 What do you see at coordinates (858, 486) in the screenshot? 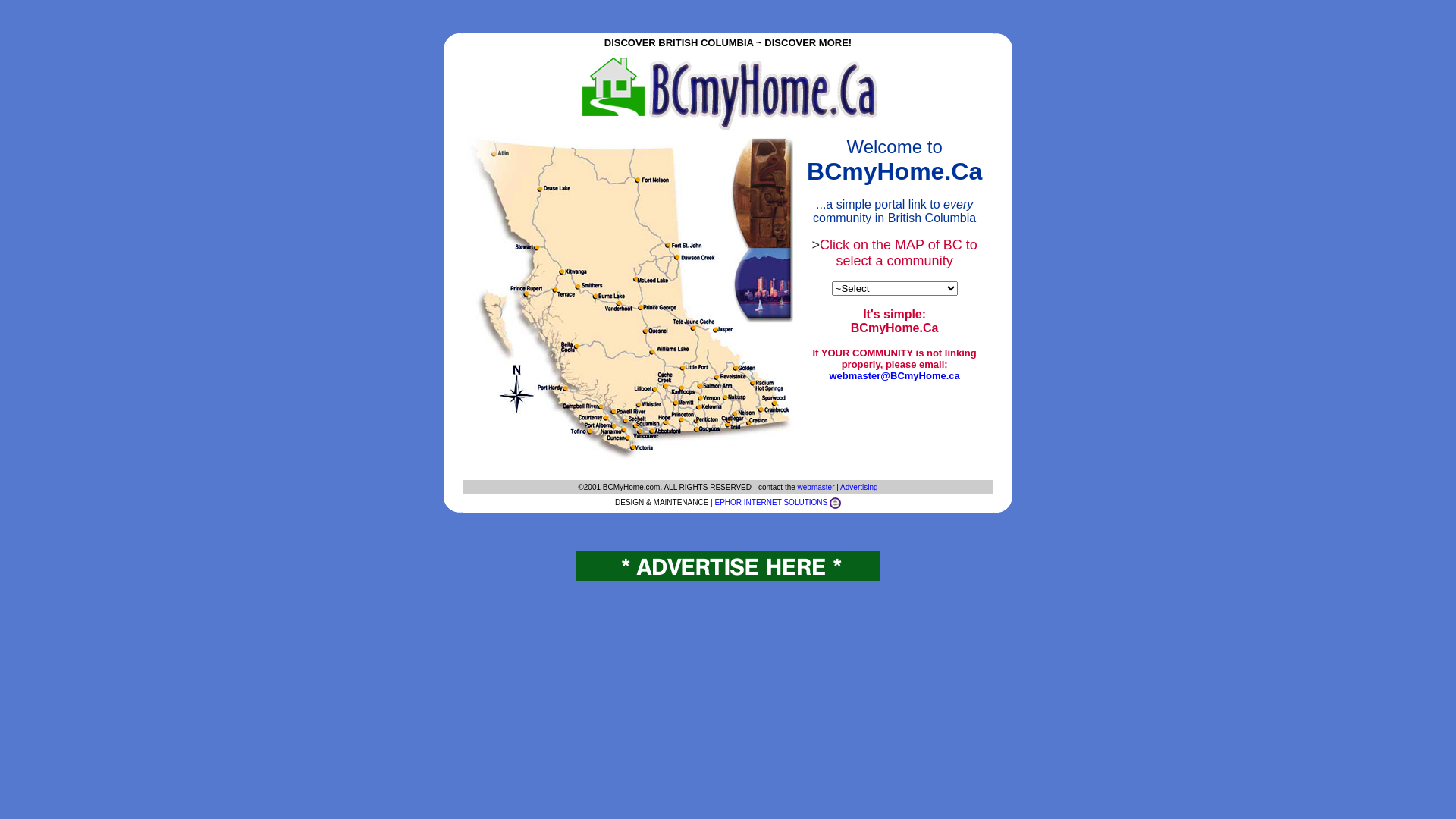
I see `'Advertising'` at bounding box center [858, 486].